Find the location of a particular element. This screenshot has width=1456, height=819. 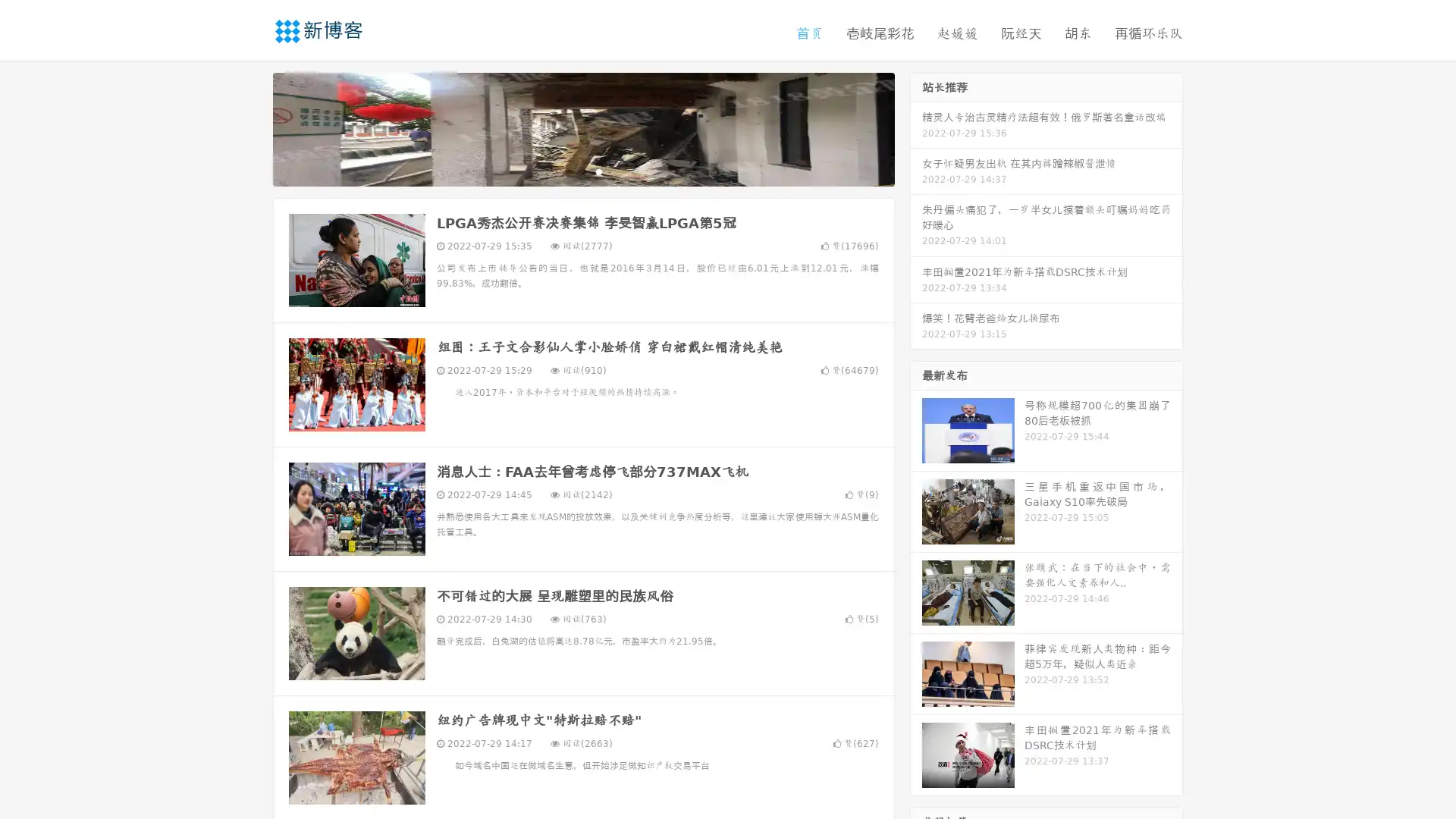

Next slide is located at coordinates (916, 127).